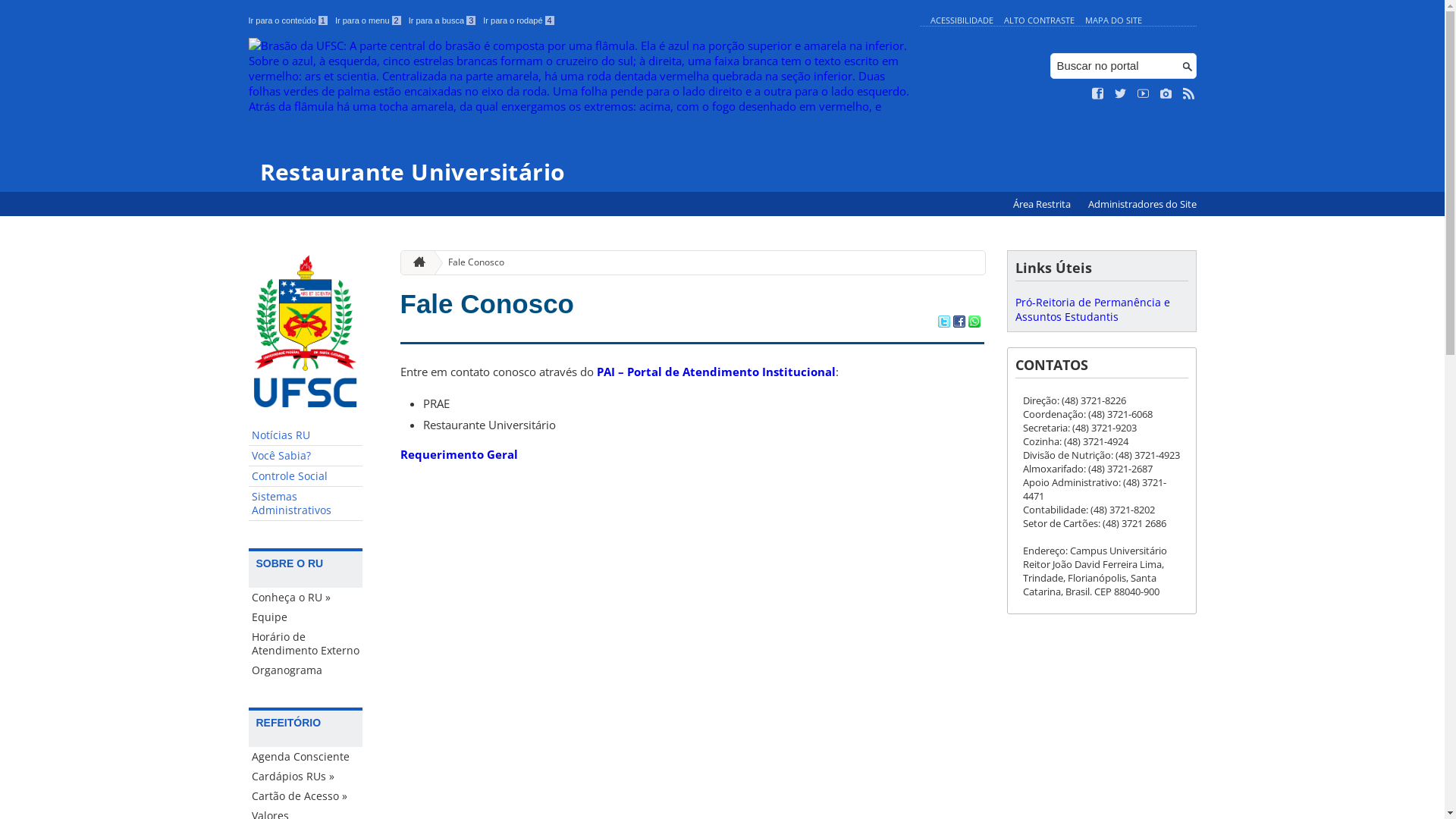  I want to click on 'ALTO CONTRASTE', so click(1038, 20).